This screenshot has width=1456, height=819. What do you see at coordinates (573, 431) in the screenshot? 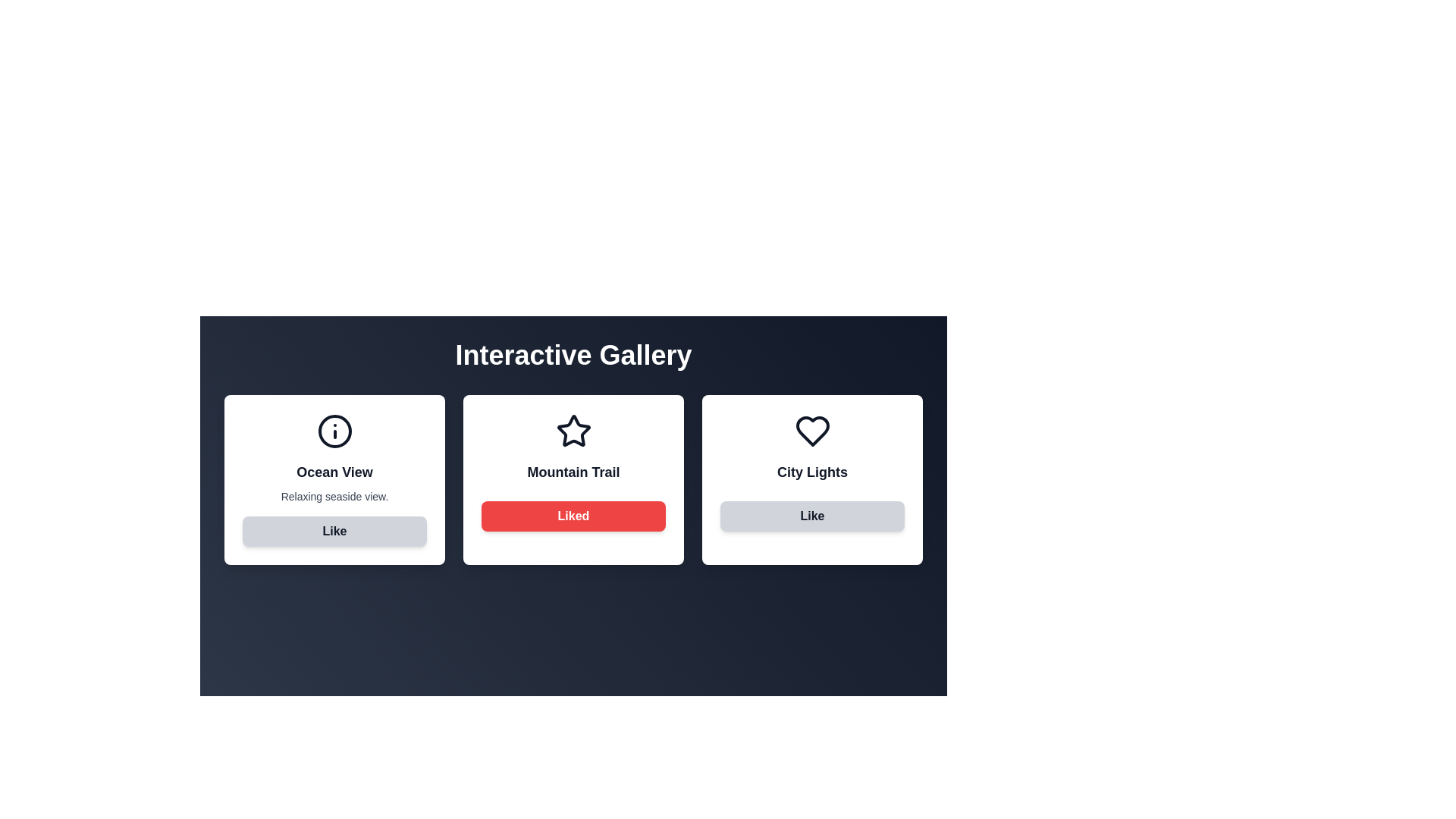
I see `the star-shaped icon outlined with a bold black stroke, which is centrally located within the card displaying the text 'Mountain Trail'` at bounding box center [573, 431].